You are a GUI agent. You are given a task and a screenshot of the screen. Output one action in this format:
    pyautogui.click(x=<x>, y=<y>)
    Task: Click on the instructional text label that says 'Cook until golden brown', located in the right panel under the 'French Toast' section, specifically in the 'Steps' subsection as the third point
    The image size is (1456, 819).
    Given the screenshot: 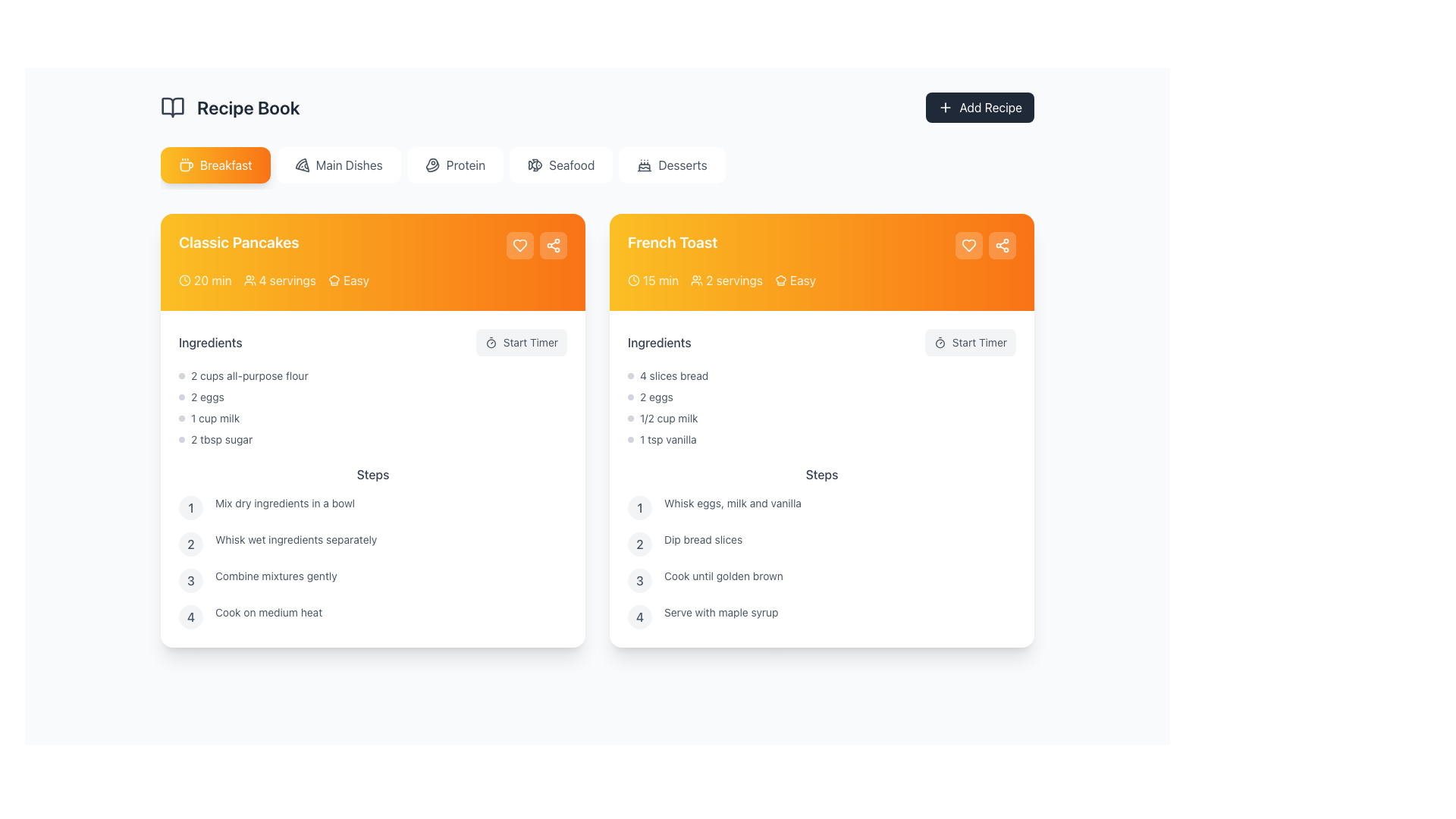 What is the action you would take?
    pyautogui.click(x=723, y=580)
    